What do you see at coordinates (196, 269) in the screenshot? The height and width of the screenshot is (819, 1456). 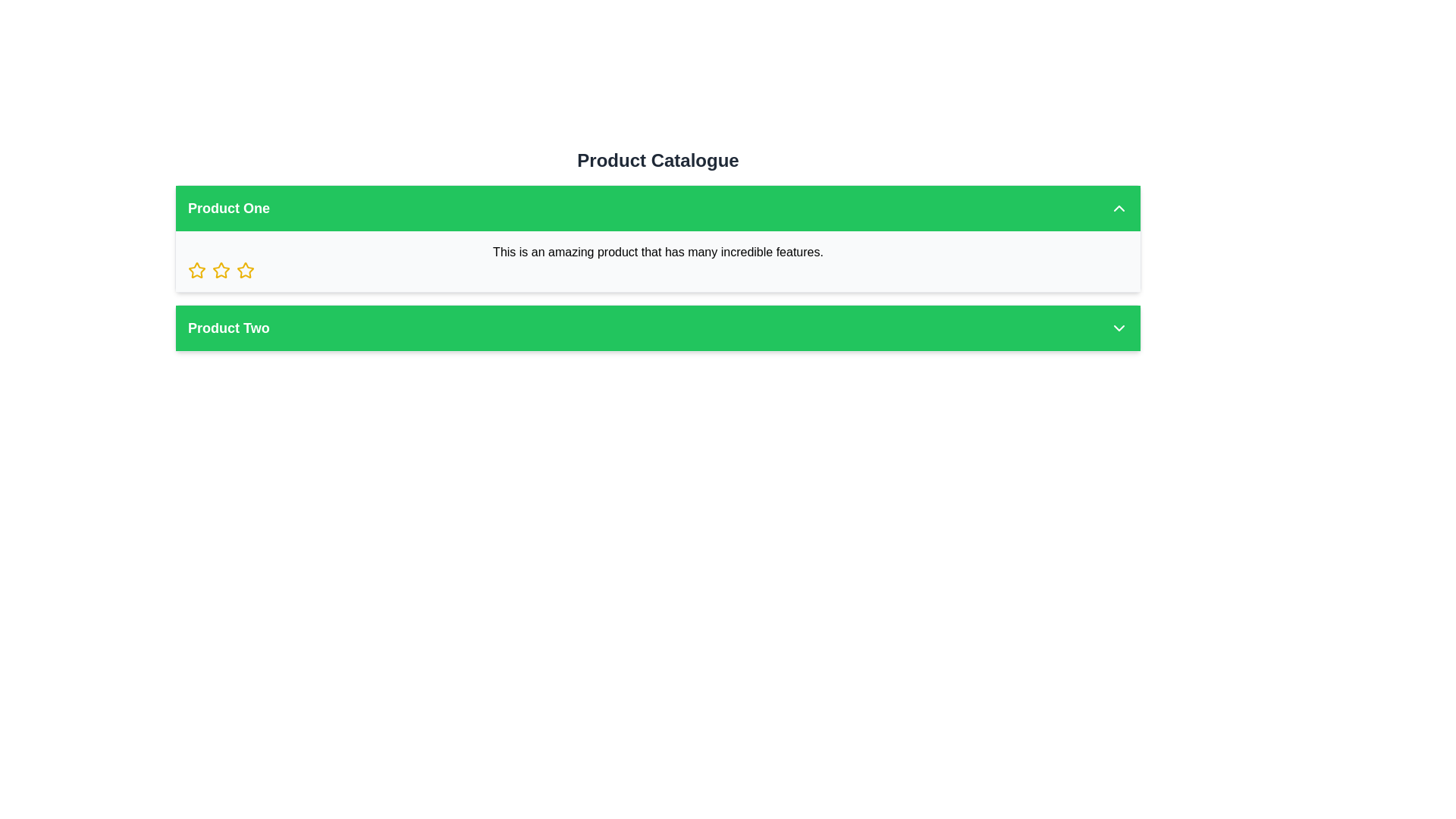 I see `the first star icon used for interactive ratings under the 'Product One' section` at bounding box center [196, 269].